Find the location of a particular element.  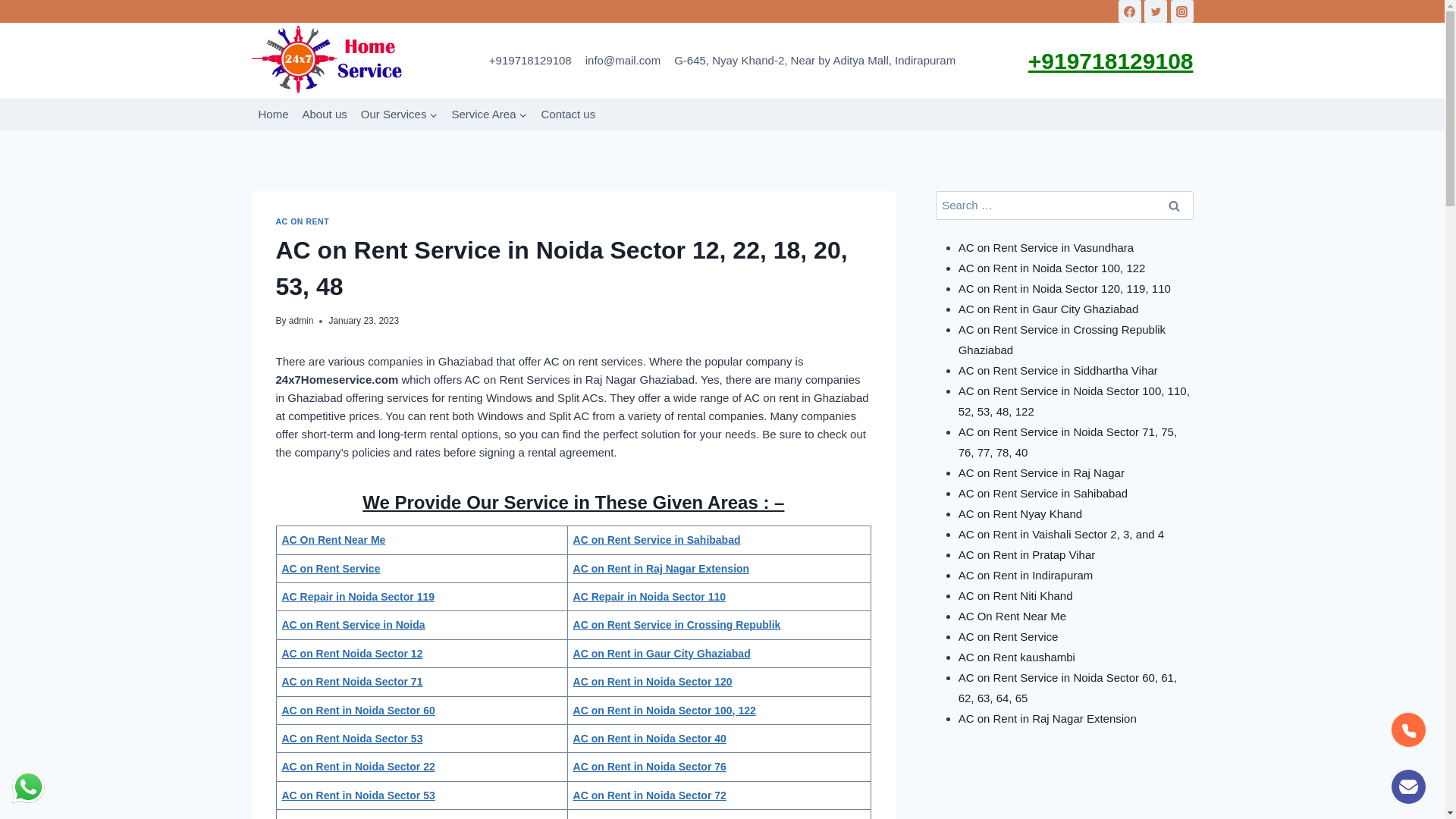

'AC on Rent Service in Crossing Republik Ghaziabad' is located at coordinates (957, 338).